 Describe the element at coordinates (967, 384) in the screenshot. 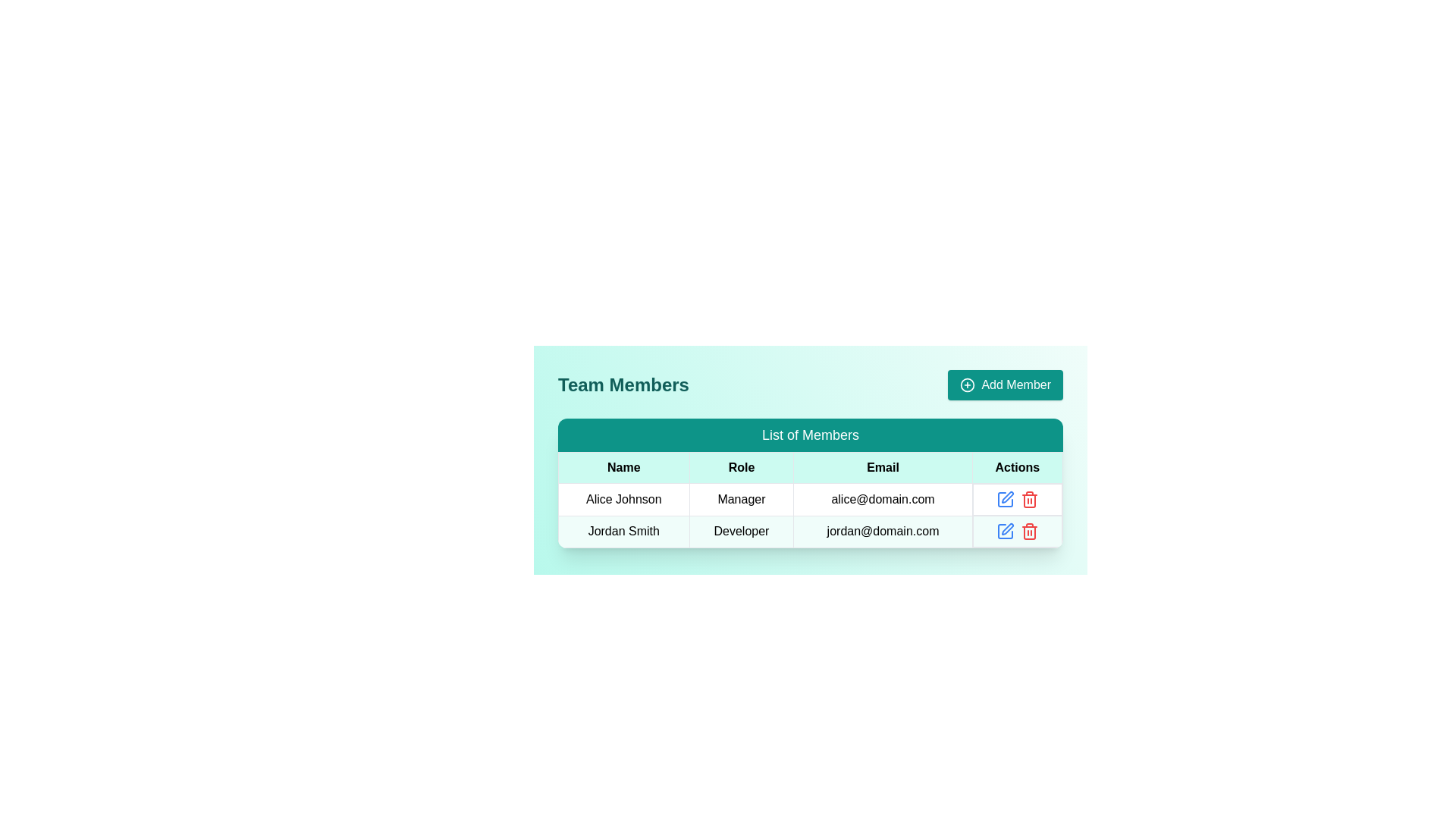

I see `the circular teal icon with a plus symbol inside it, located within the 'Add Member' button in the top-right corner of the interface above the 'List of Members' table` at that location.